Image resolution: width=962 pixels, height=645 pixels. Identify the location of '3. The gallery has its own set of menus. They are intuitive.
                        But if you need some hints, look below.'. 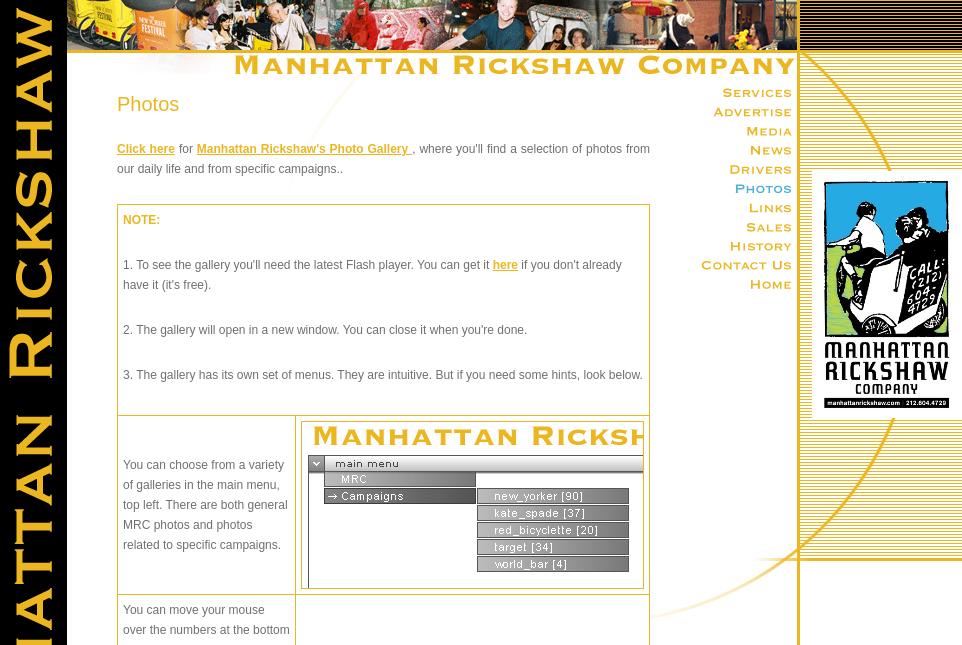
(382, 375).